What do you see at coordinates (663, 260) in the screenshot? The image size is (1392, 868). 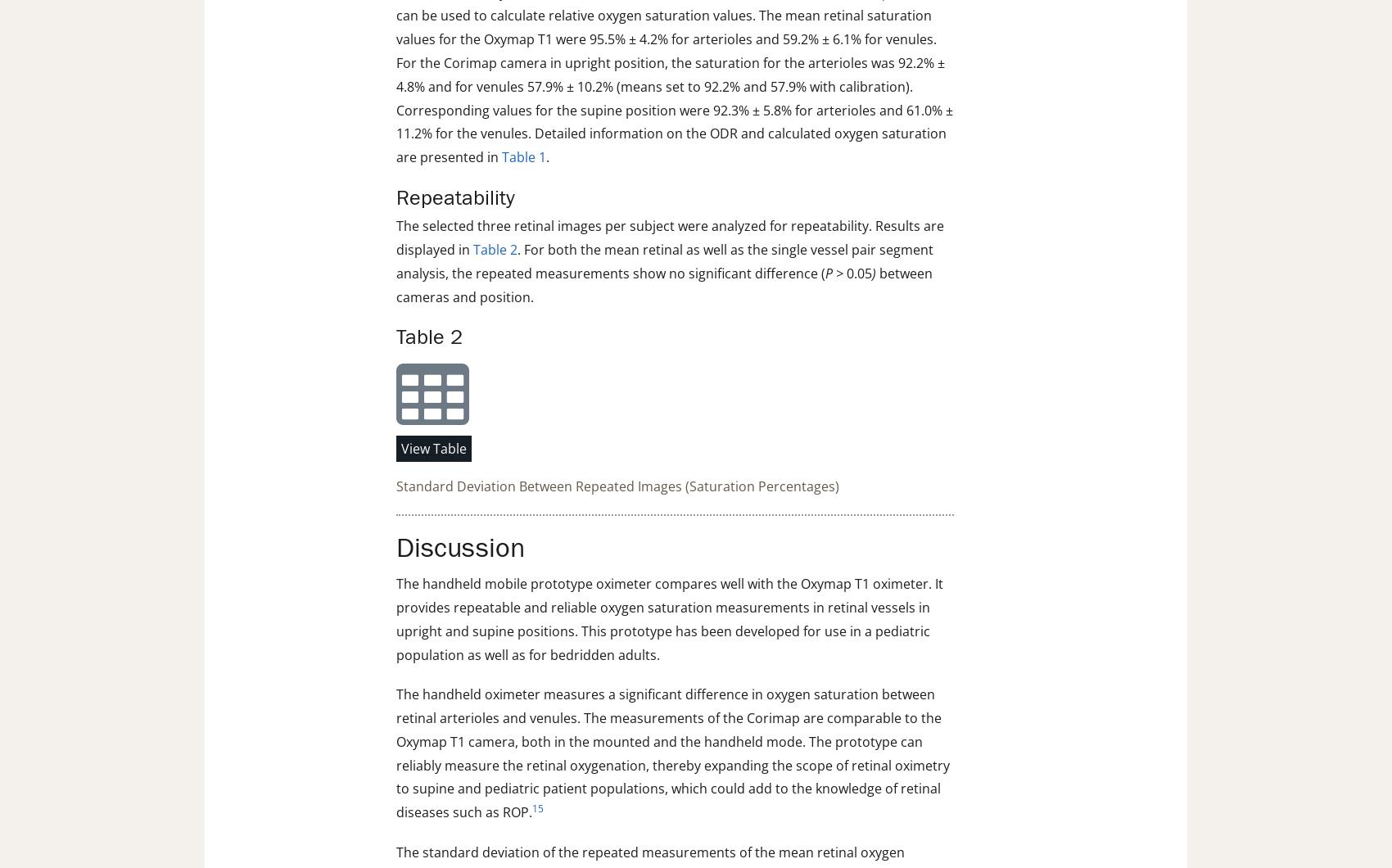 I see `'. For both the mean retinal as well as the single vessel pair segment analysis, the repeated measurements show no significant difference ('` at bounding box center [663, 260].